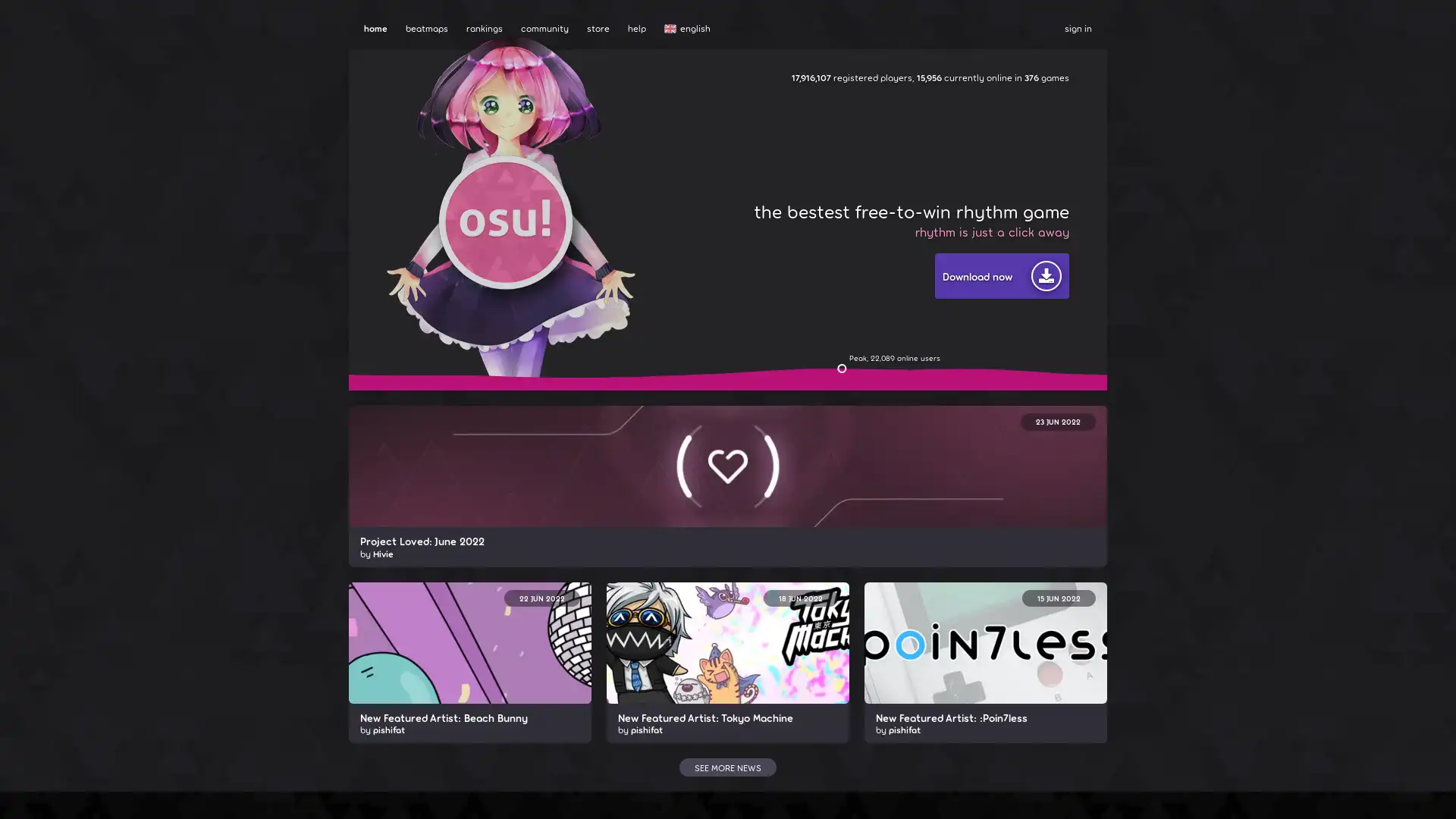  I want to click on norsk, so click(709, 376).